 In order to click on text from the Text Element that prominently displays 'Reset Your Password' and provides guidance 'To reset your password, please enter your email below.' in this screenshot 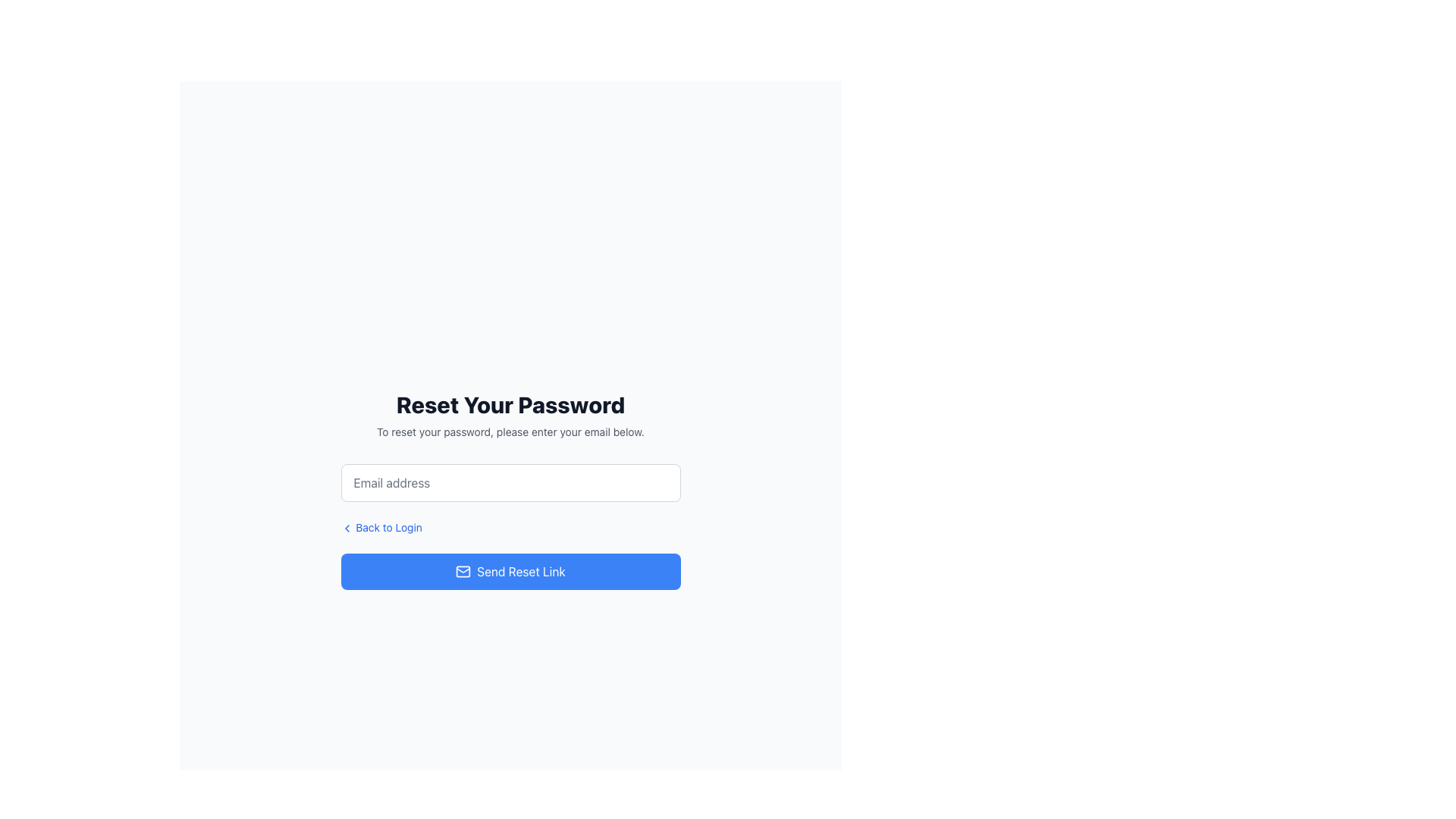, I will do `click(510, 415)`.